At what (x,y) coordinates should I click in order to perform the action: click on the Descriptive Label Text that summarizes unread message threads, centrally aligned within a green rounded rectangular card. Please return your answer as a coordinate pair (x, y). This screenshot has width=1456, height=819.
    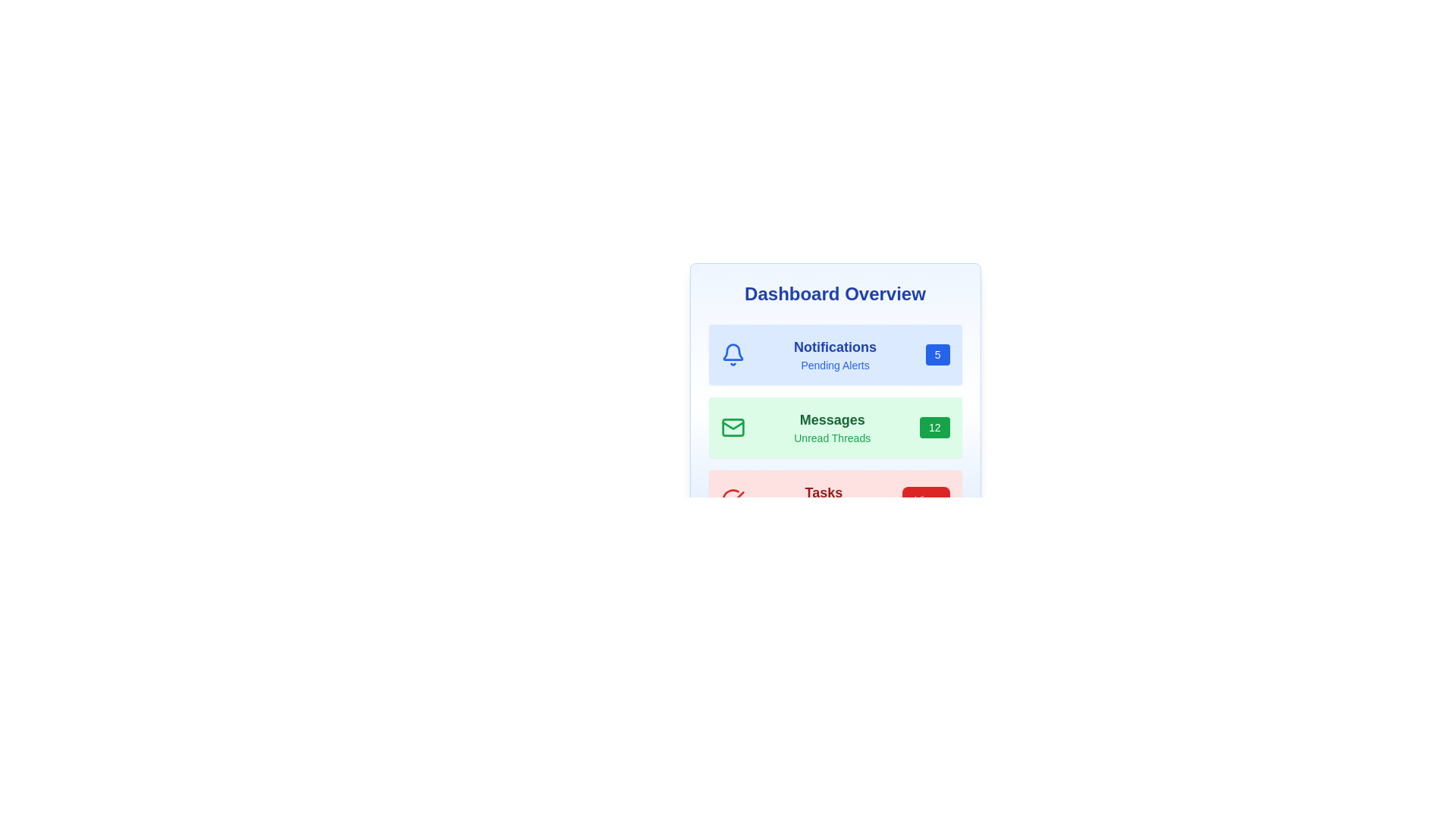
    Looking at the image, I should click on (831, 427).